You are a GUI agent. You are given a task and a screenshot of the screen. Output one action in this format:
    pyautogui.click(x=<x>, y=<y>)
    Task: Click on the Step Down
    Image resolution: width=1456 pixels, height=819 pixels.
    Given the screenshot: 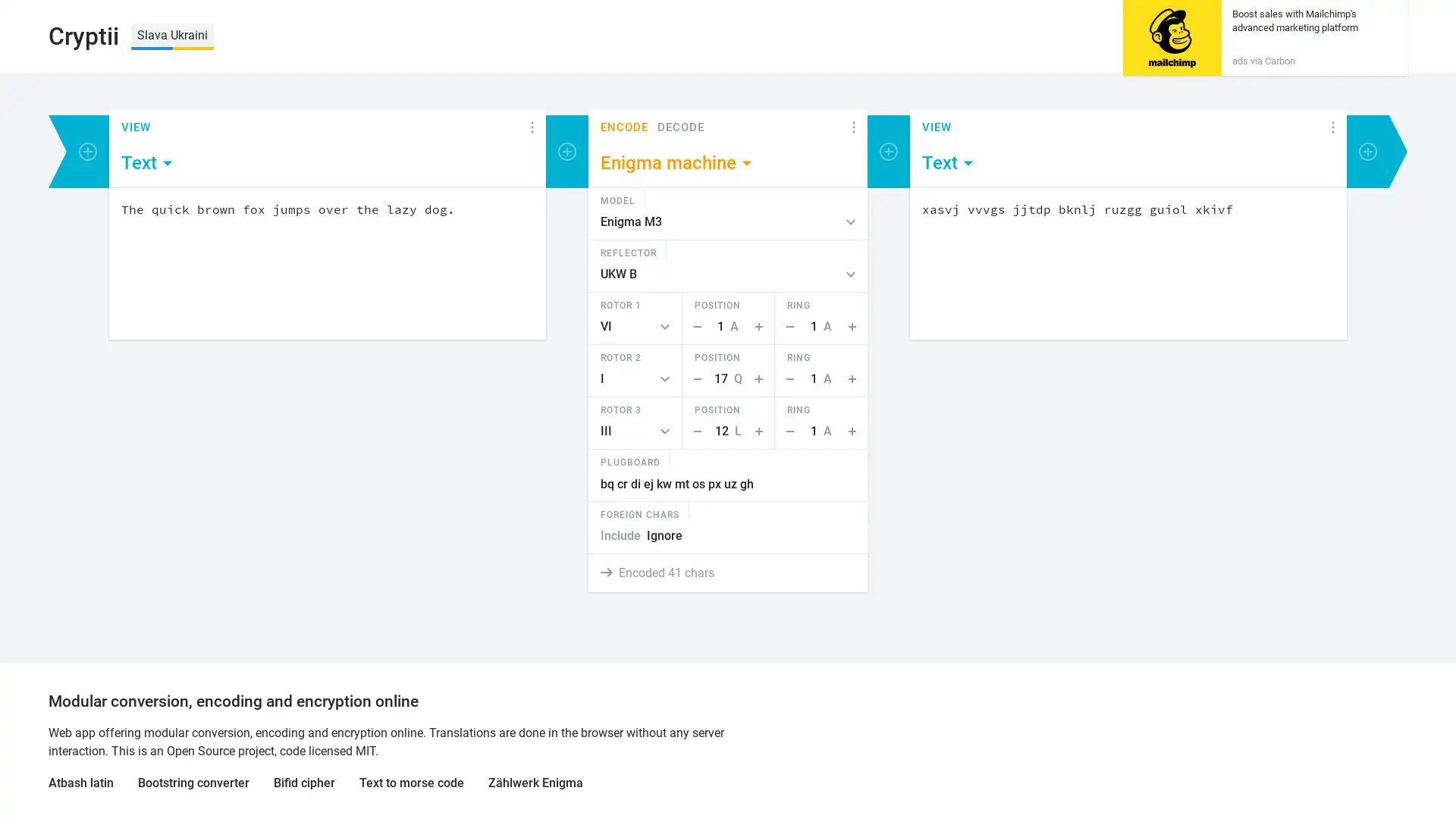 What is the action you would take?
    pyautogui.click(x=693, y=431)
    